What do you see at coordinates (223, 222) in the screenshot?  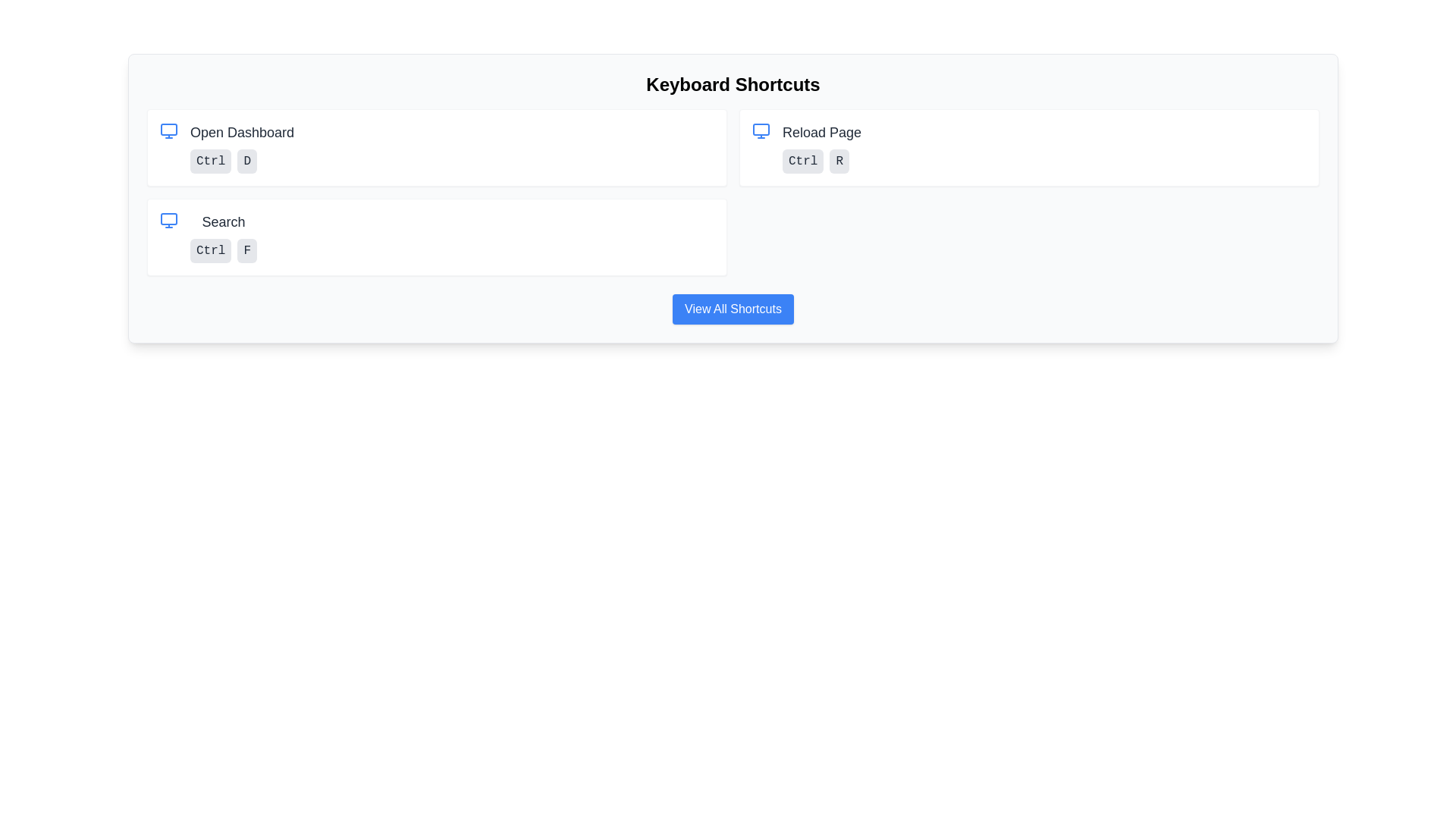 I see `the 'Search' text label, which is a large, bold, gray-colored font element positioned centrally in the second row of shortcut information, above the 'Ctrl F' keyboard shortcut labels` at bounding box center [223, 222].